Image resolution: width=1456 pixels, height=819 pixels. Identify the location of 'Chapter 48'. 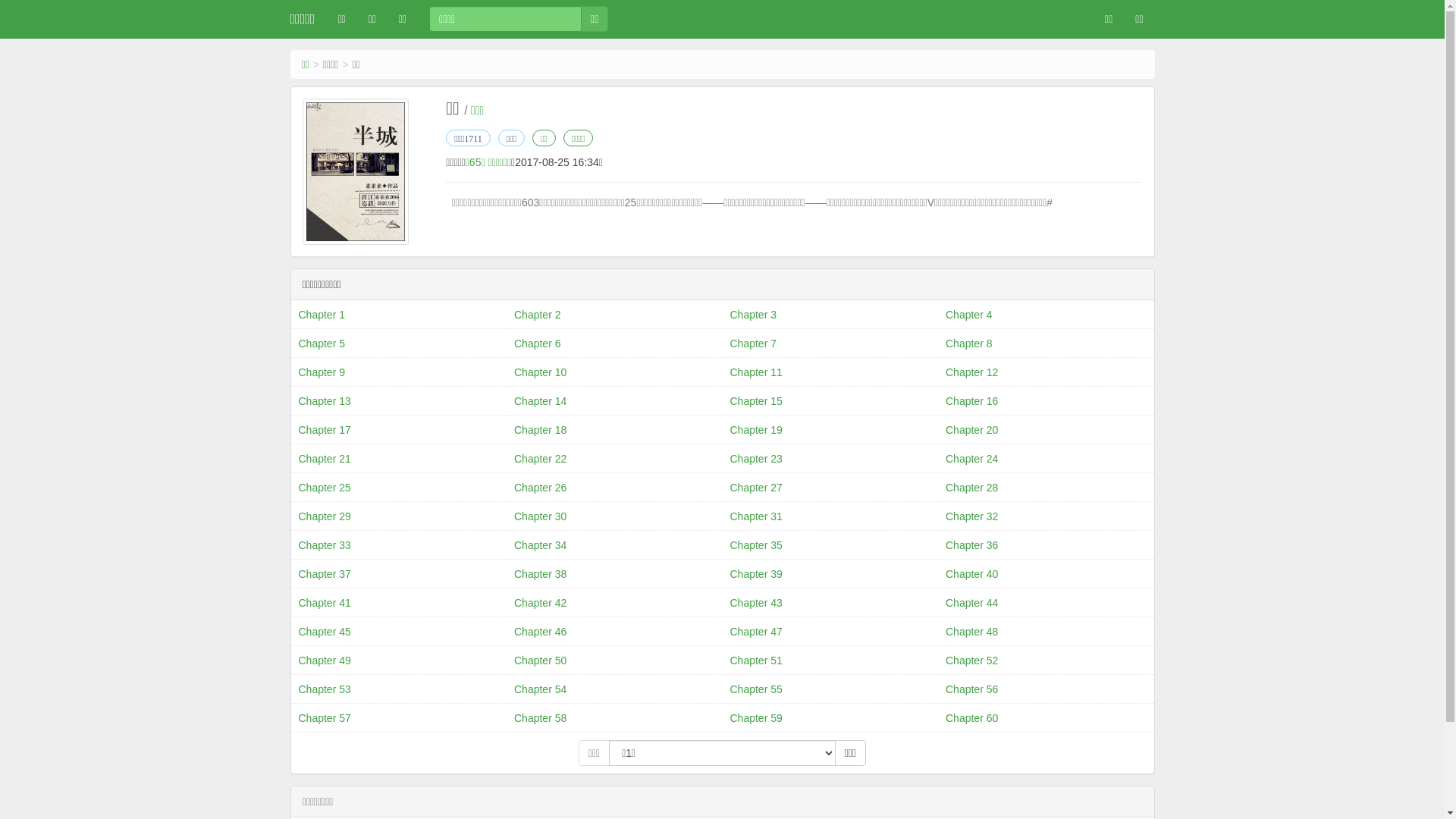
(1045, 632).